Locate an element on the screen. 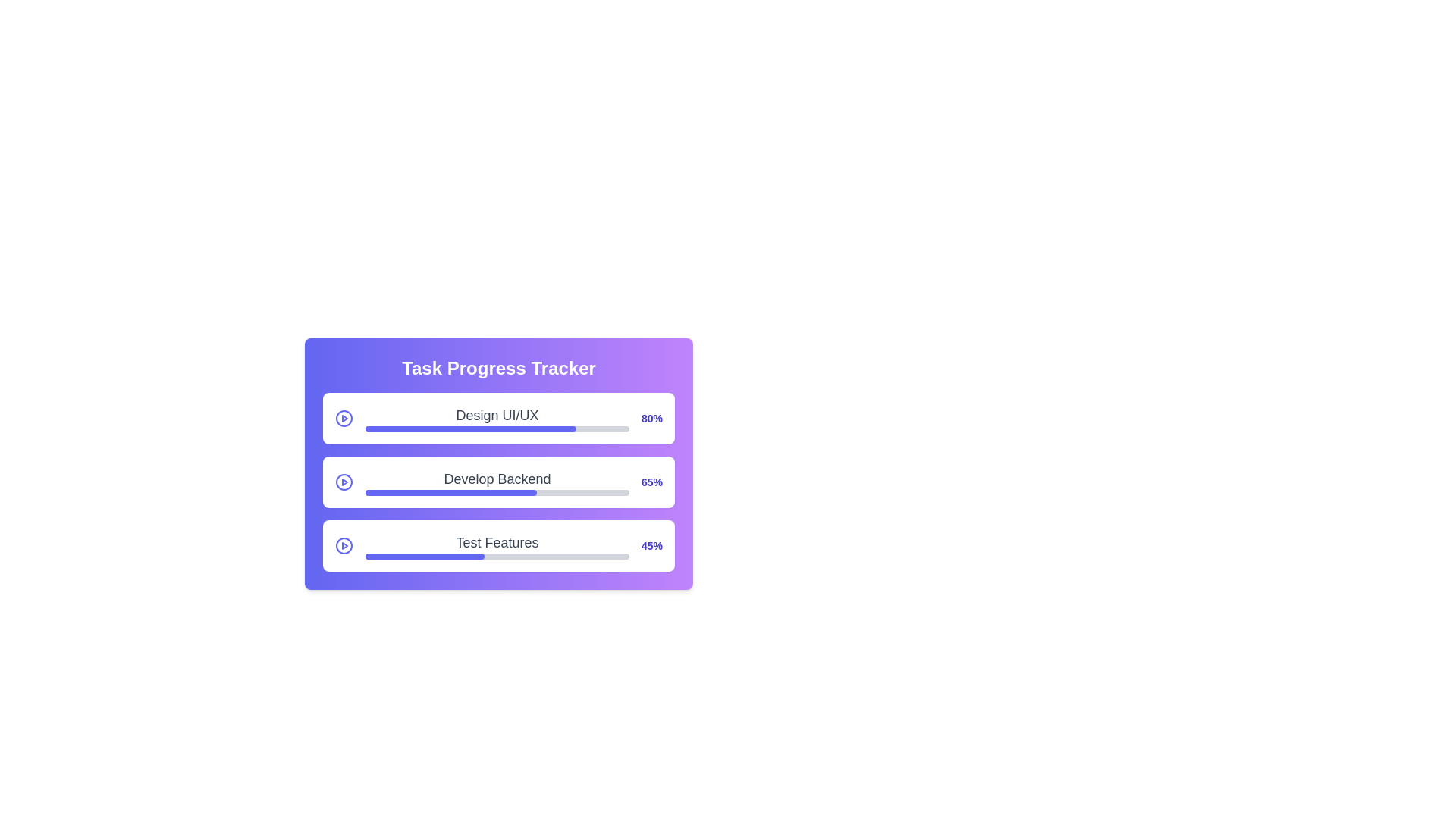  the visual progress of the 'Develop Backend' task represented by the progress indicator at 65% completion is located at coordinates (450, 493).